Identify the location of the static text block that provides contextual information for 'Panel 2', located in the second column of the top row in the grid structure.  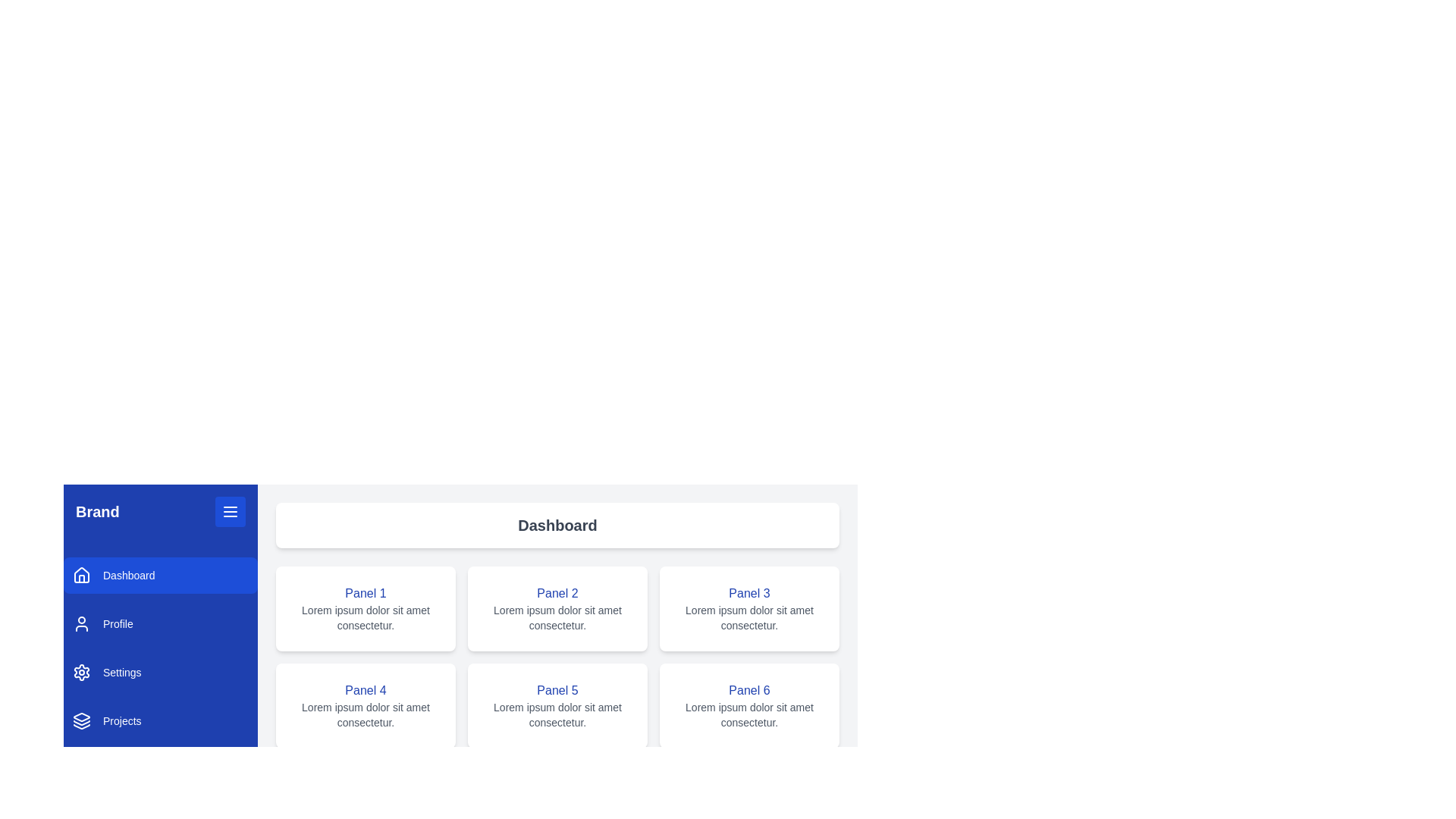
(557, 617).